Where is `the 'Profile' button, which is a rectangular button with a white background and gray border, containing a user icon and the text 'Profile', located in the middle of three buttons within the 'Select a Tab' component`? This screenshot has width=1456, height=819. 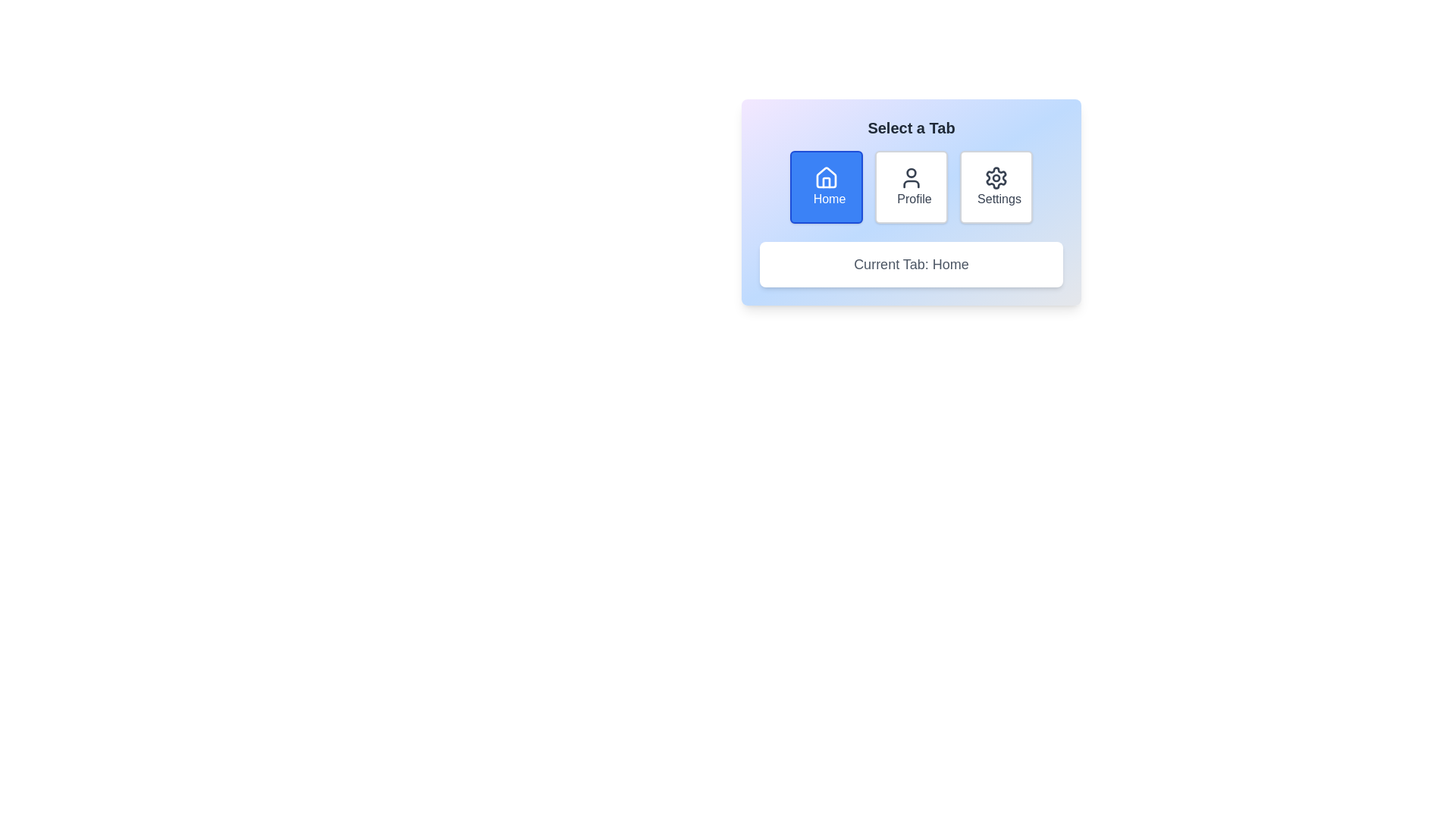
the 'Profile' button, which is a rectangular button with a white background and gray border, containing a user icon and the text 'Profile', located in the middle of three buttons within the 'Select a Tab' component is located at coordinates (910, 186).